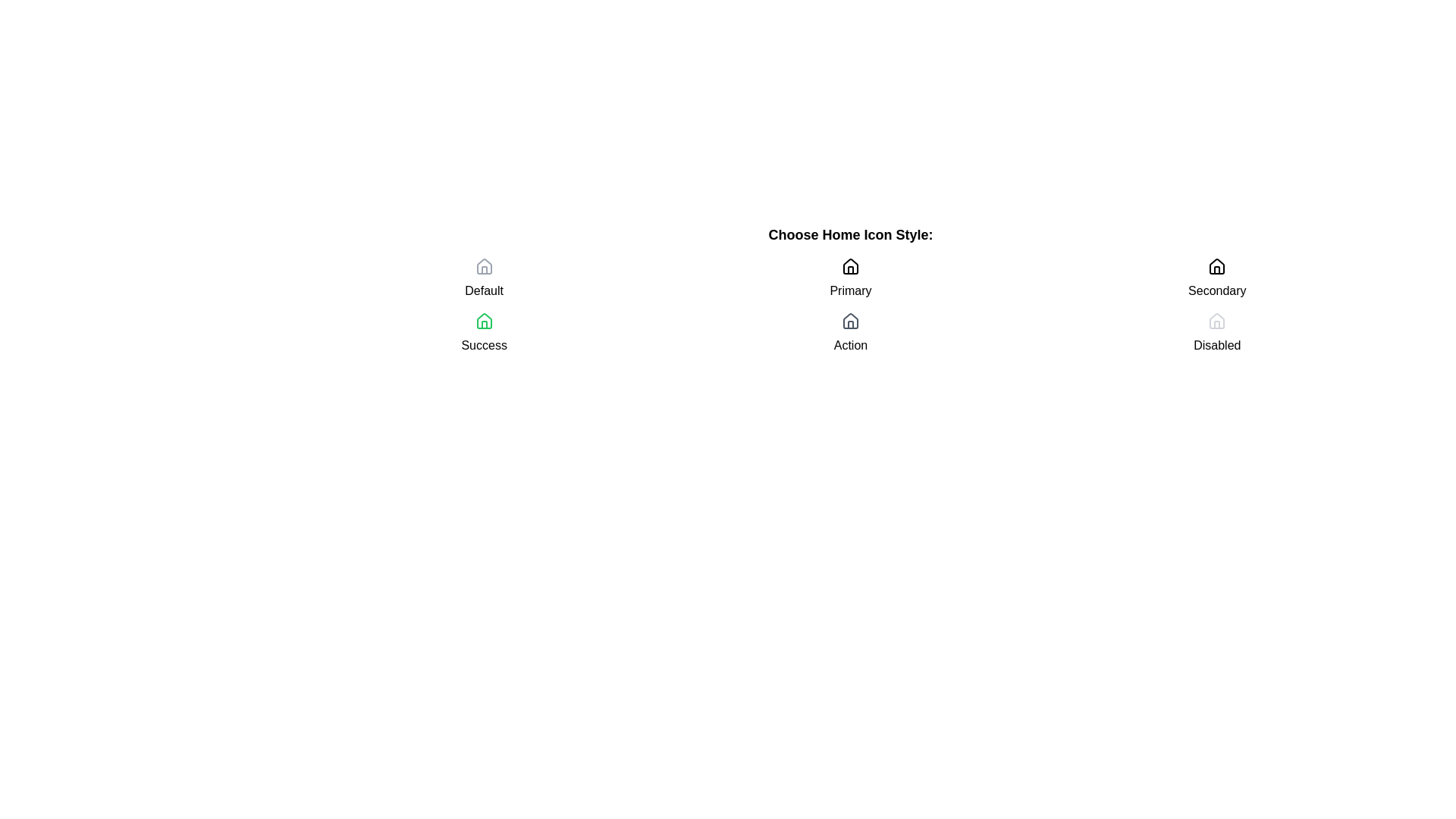 The image size is (1456, 819). I want to click on the vertical rectangular shape located at the lower center portion of the 'Secondary' house icon in the 'Choose Home Icon Style' section, so click(1217, 269).